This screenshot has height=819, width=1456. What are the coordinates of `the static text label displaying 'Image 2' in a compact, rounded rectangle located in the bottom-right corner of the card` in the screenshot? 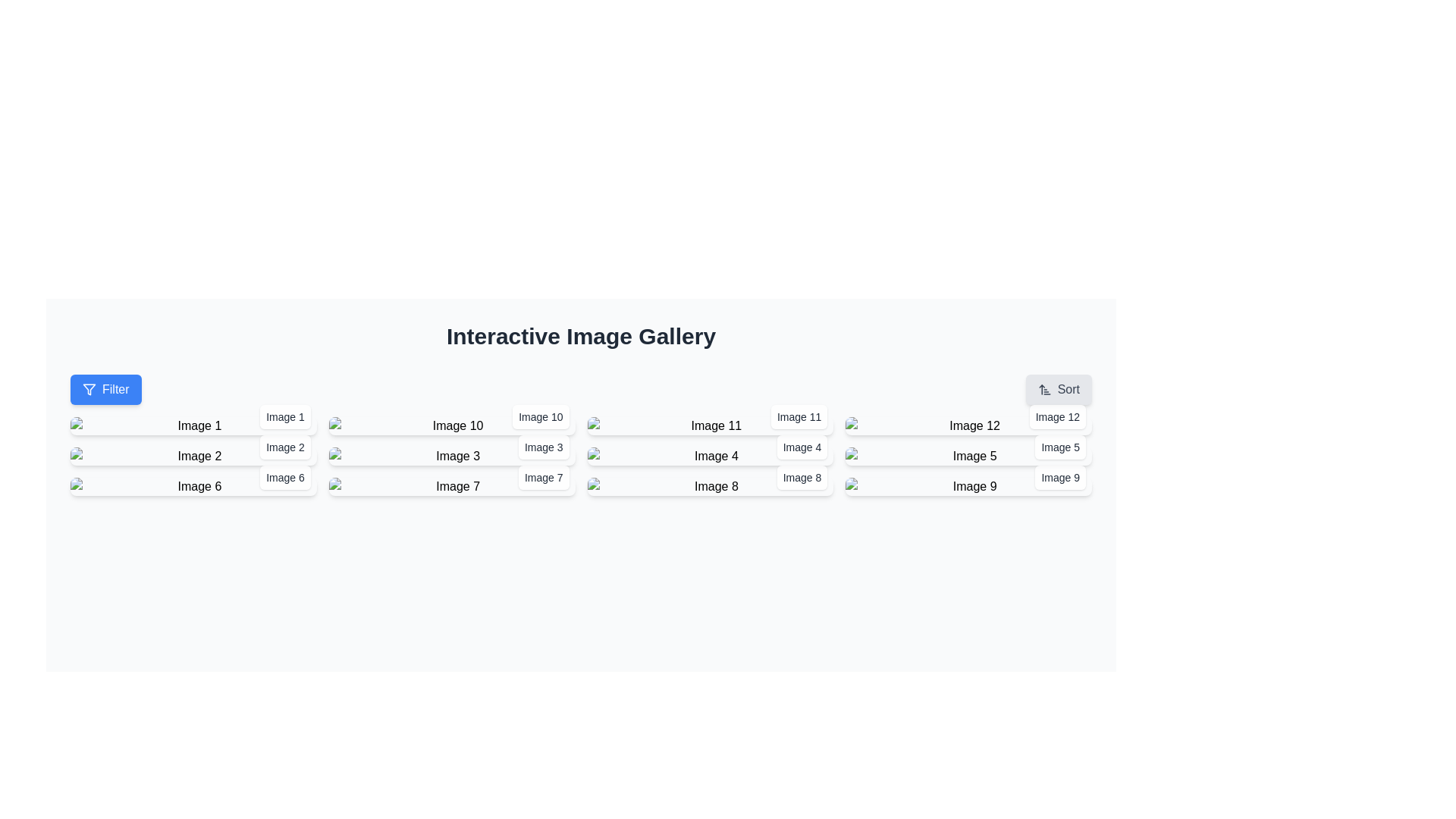 It's located at (285, 447).